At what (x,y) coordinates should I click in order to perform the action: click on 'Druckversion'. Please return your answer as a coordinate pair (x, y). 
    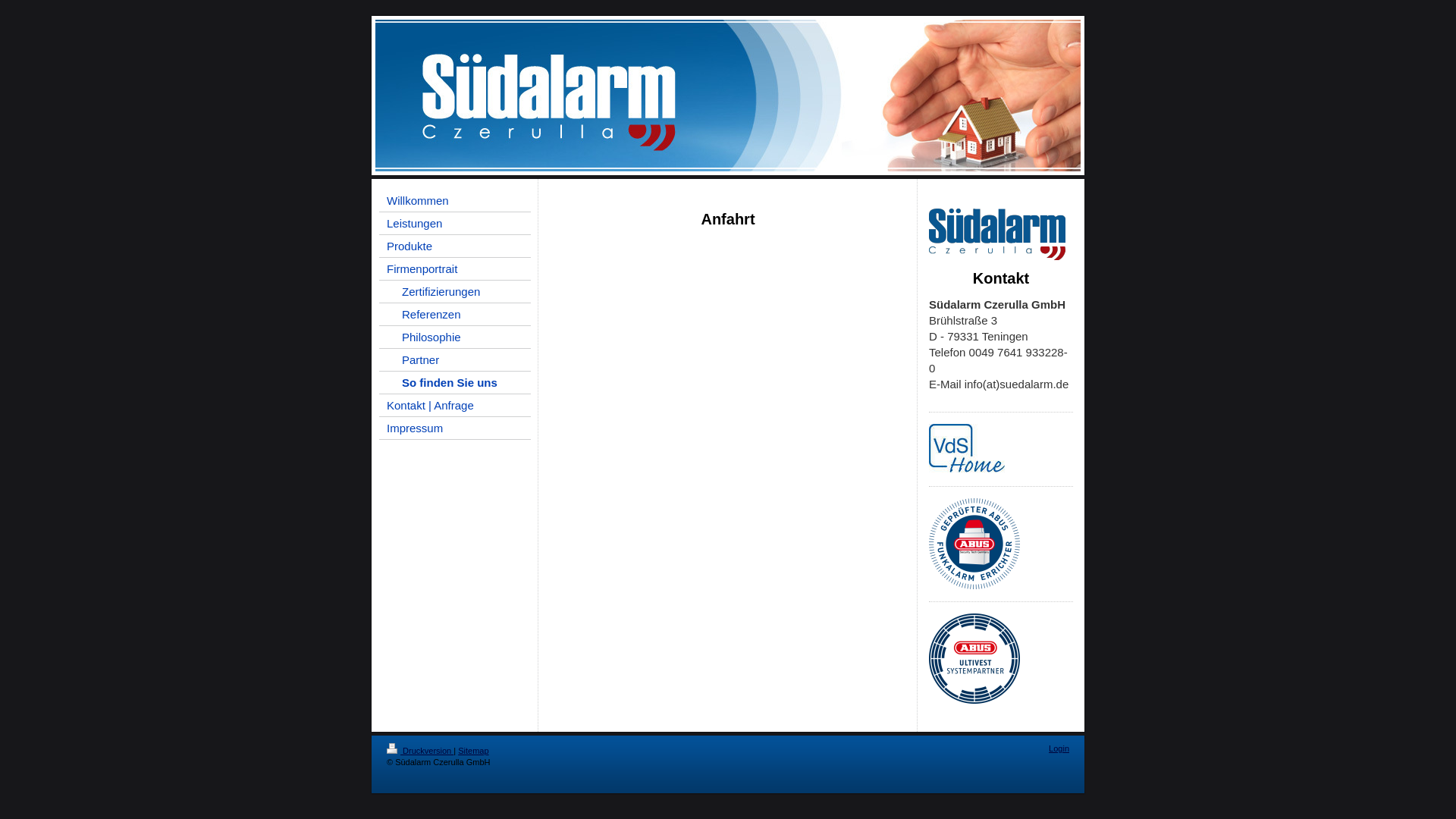
    Looking at the image, I should click on (419, 751).